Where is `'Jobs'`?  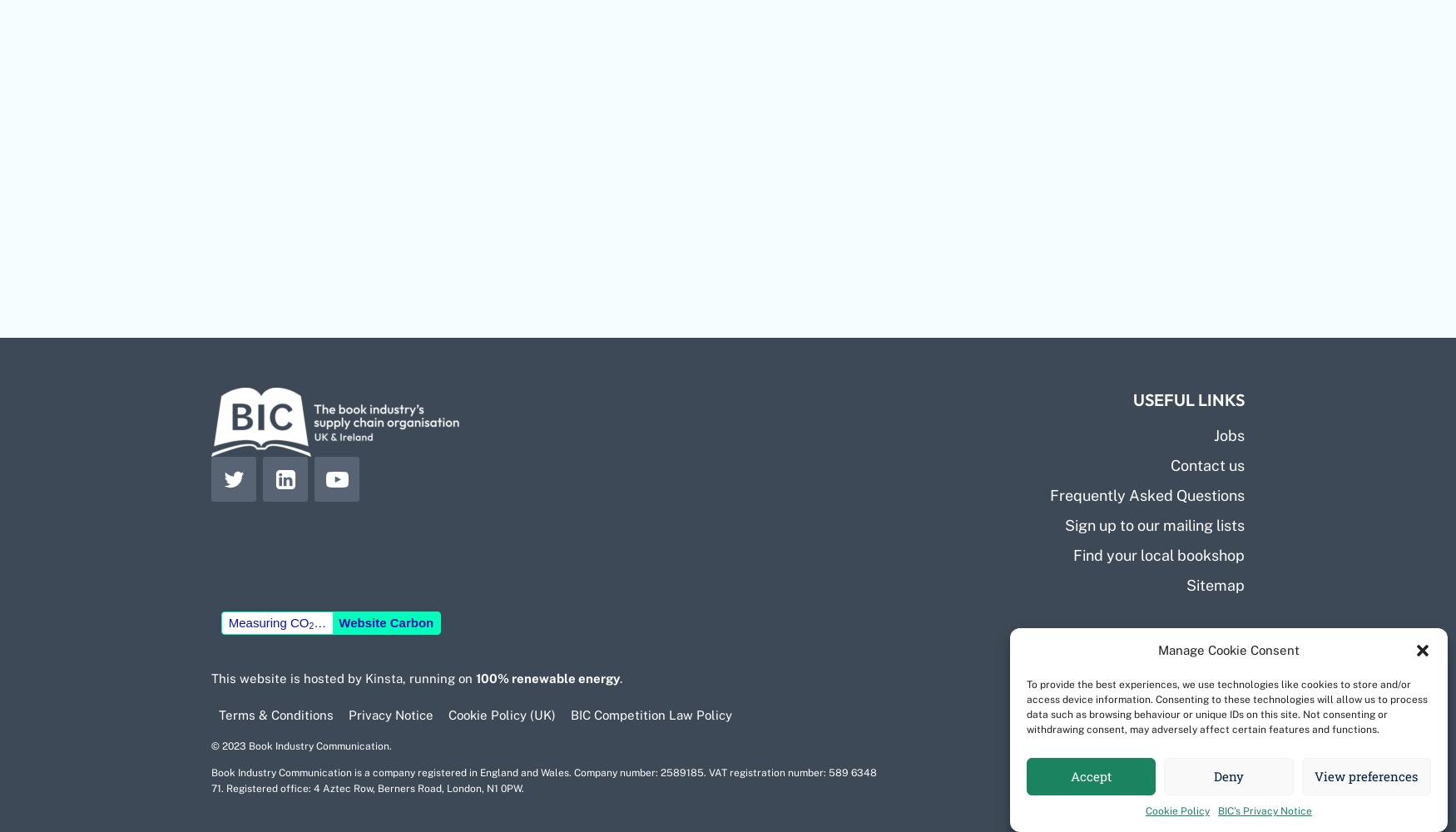
'Jobs' is located at coordinates (1229, 434).